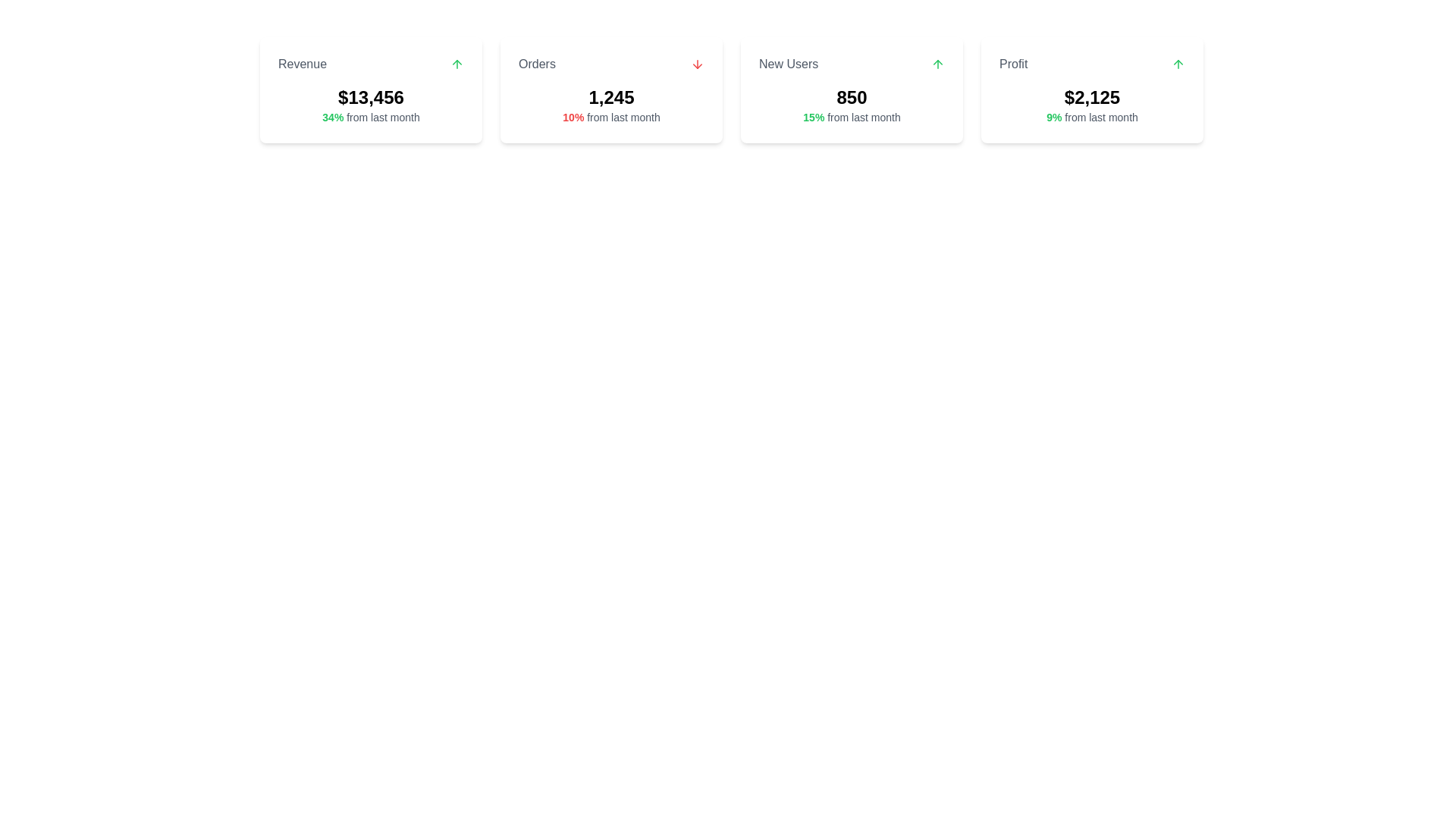  I want to click on the upward trend icon indicating positive revenue data located in the top-right corner of the 'Revenue' card, so click(457, 63).